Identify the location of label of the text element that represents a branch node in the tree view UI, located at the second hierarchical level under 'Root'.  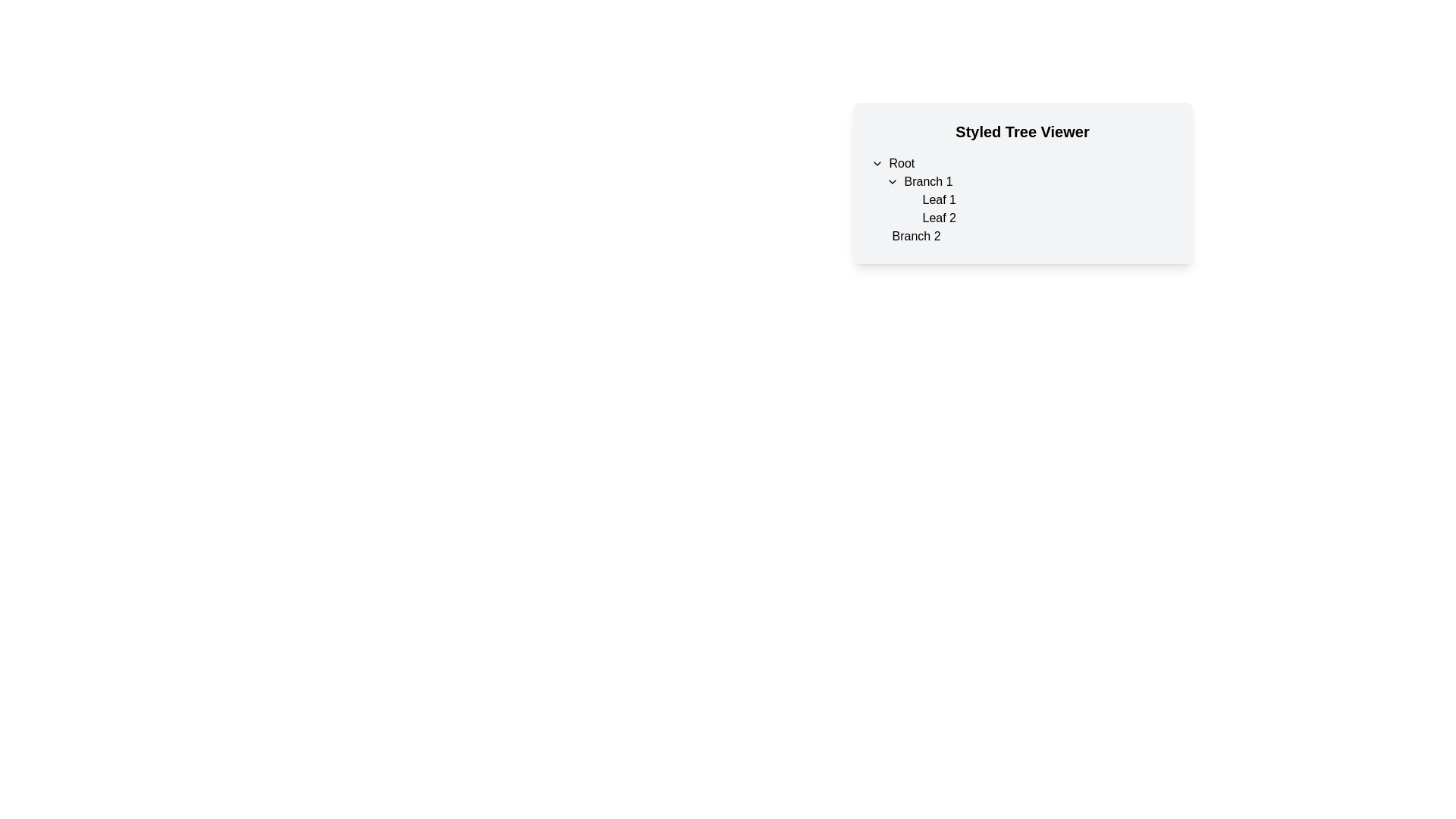
(915, 237).